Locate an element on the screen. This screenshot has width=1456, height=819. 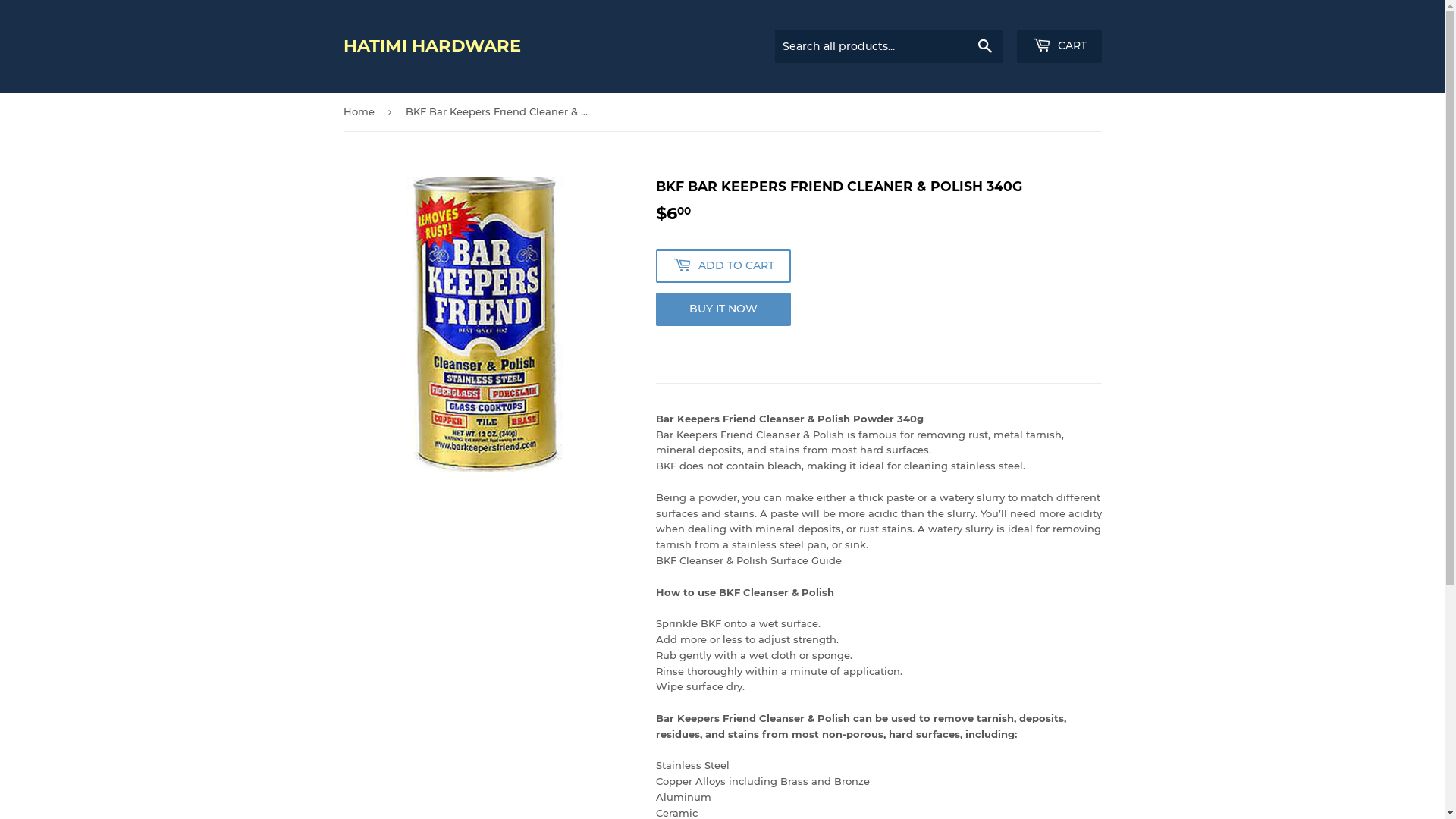
'CART' is located at coordinates (1058, 45).